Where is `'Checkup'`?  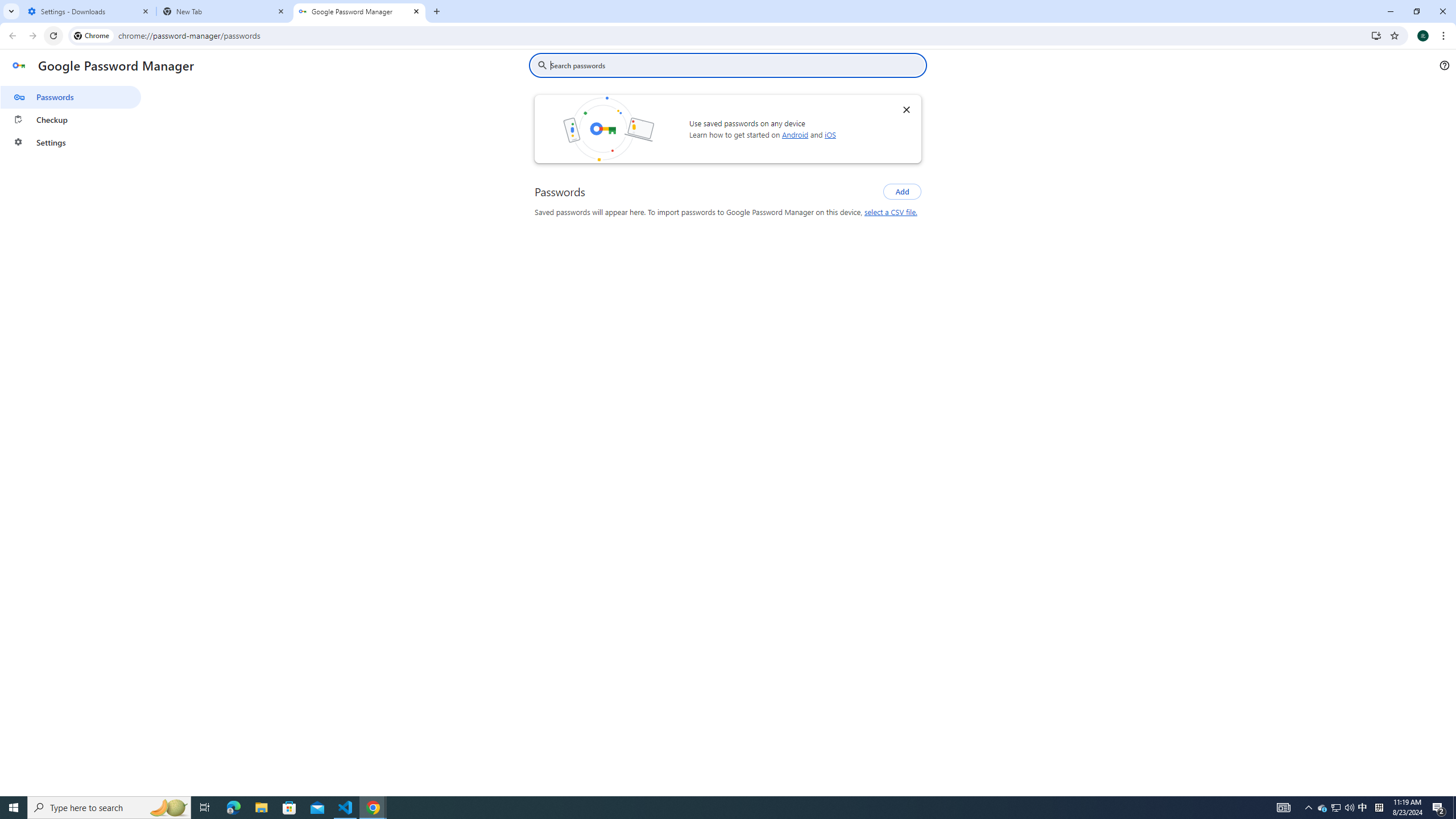
'Checkup' is located at coordinates (70, 119).